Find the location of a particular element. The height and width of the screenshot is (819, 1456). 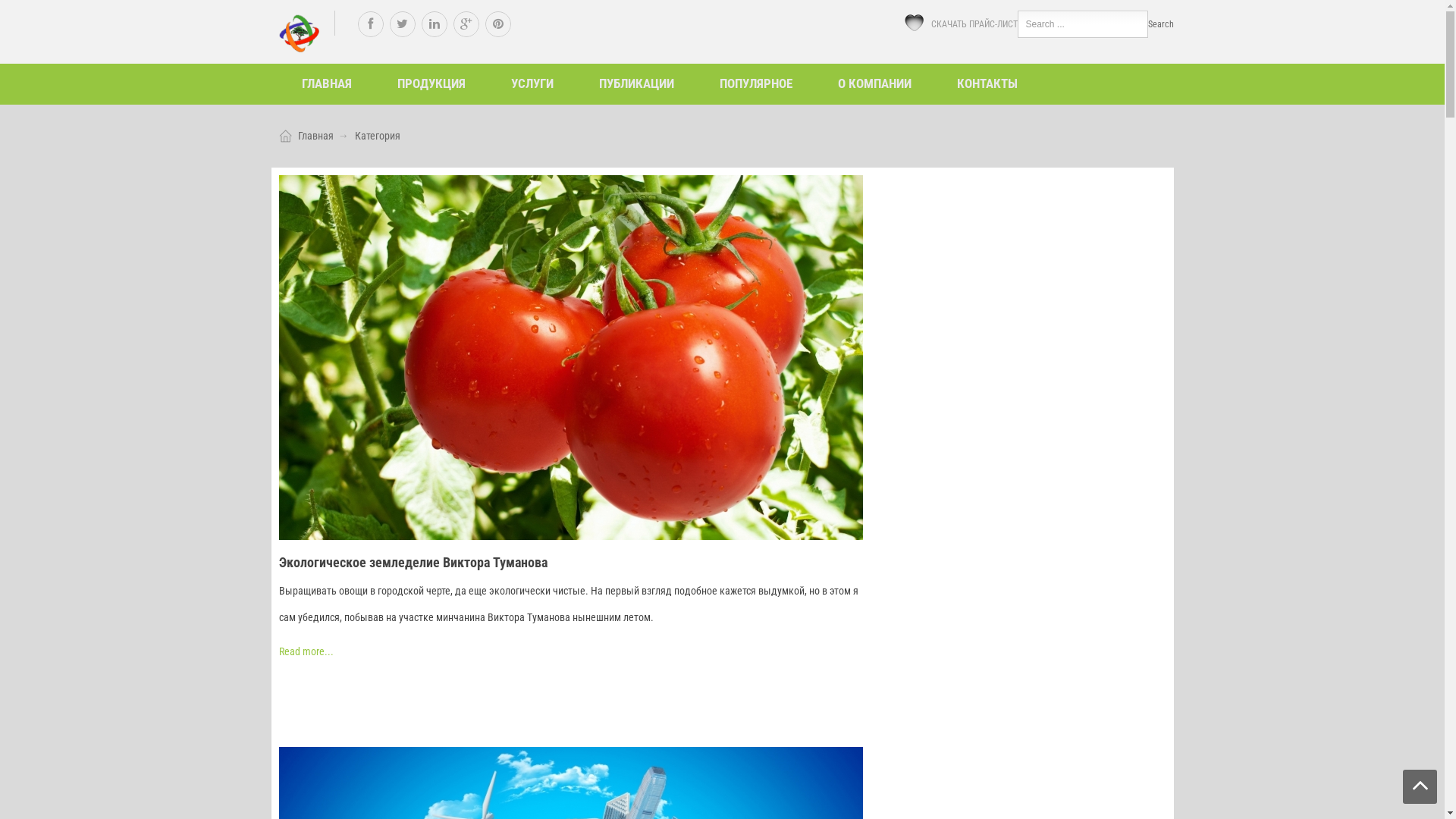

'Read more...' is located at coordinates (305, 651).